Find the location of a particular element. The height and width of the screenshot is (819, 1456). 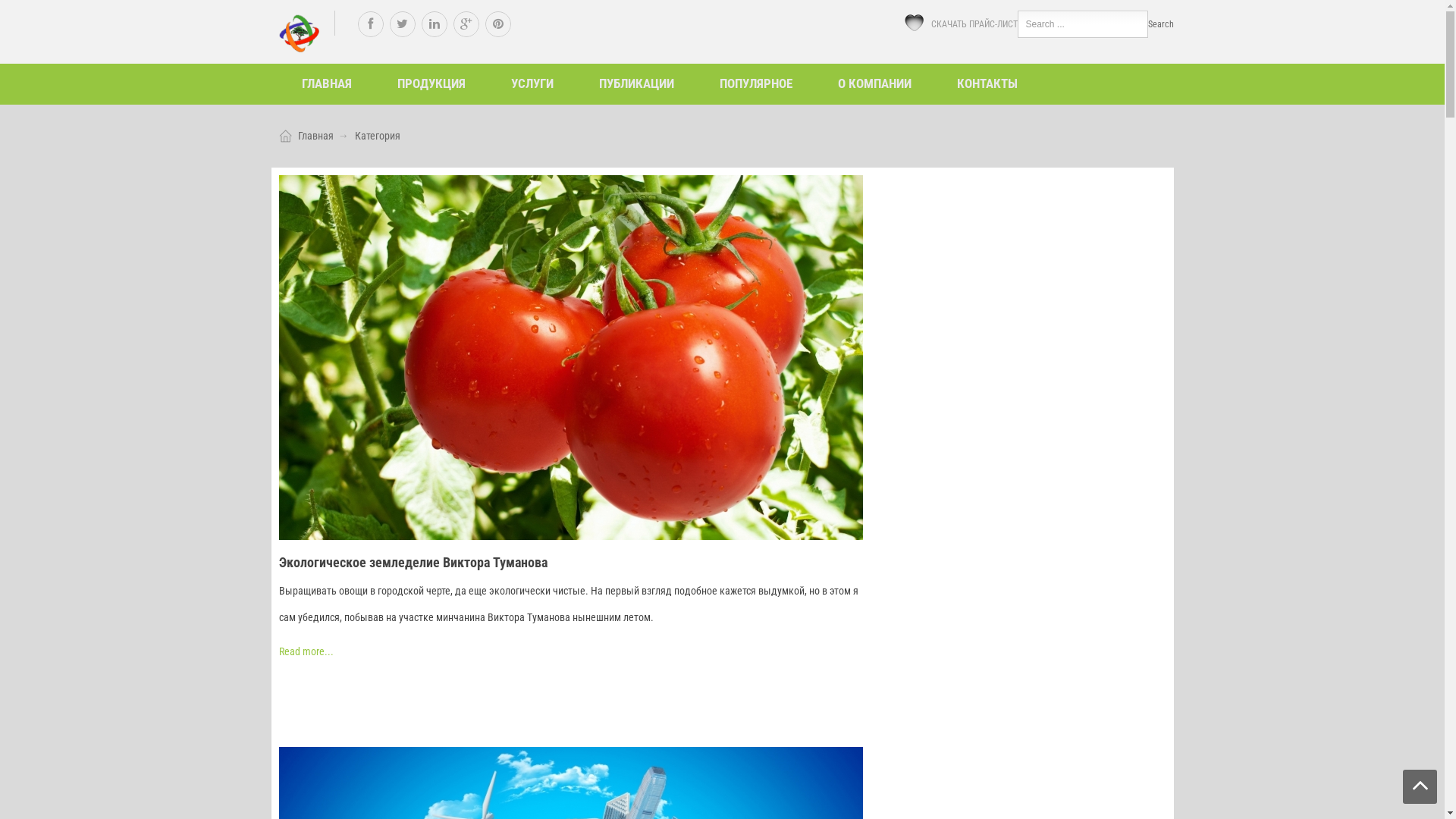

'Read more...' is located at coordinates (305, 651).